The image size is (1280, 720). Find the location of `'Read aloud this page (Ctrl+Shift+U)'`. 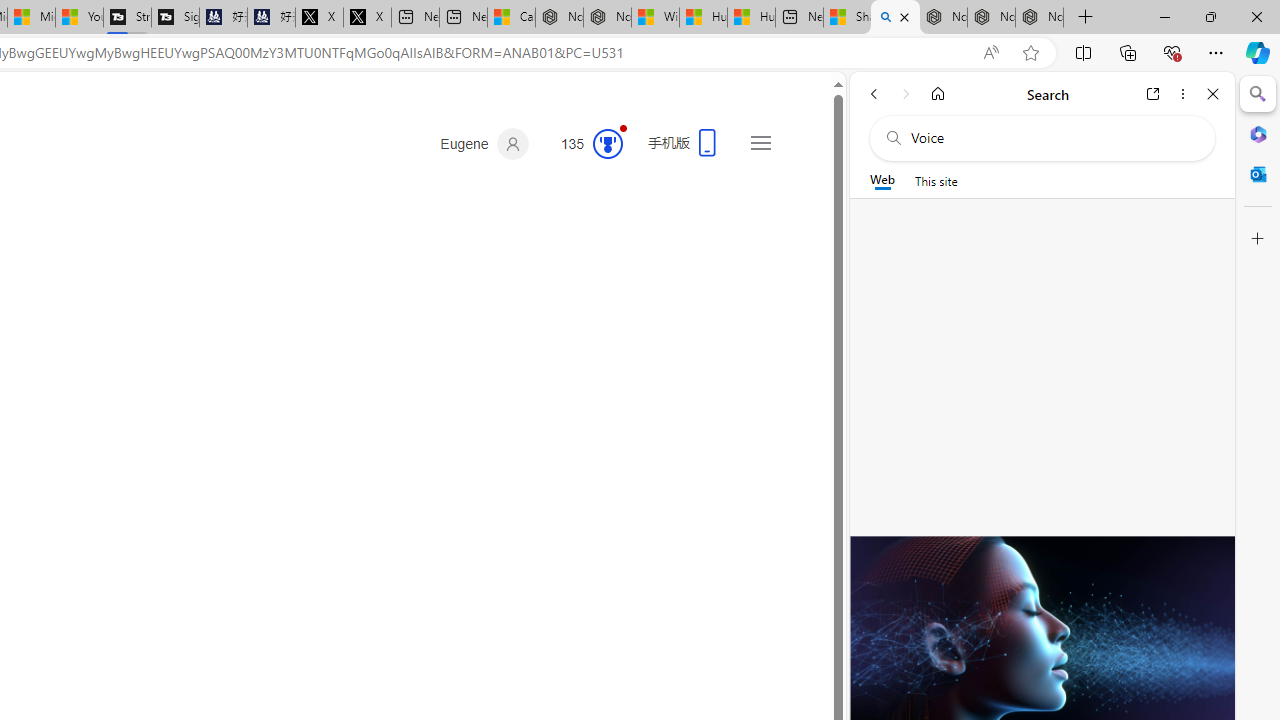

'Read aloud this page (Ctrl+Shift+U)' is located at coordinates (991, 52).